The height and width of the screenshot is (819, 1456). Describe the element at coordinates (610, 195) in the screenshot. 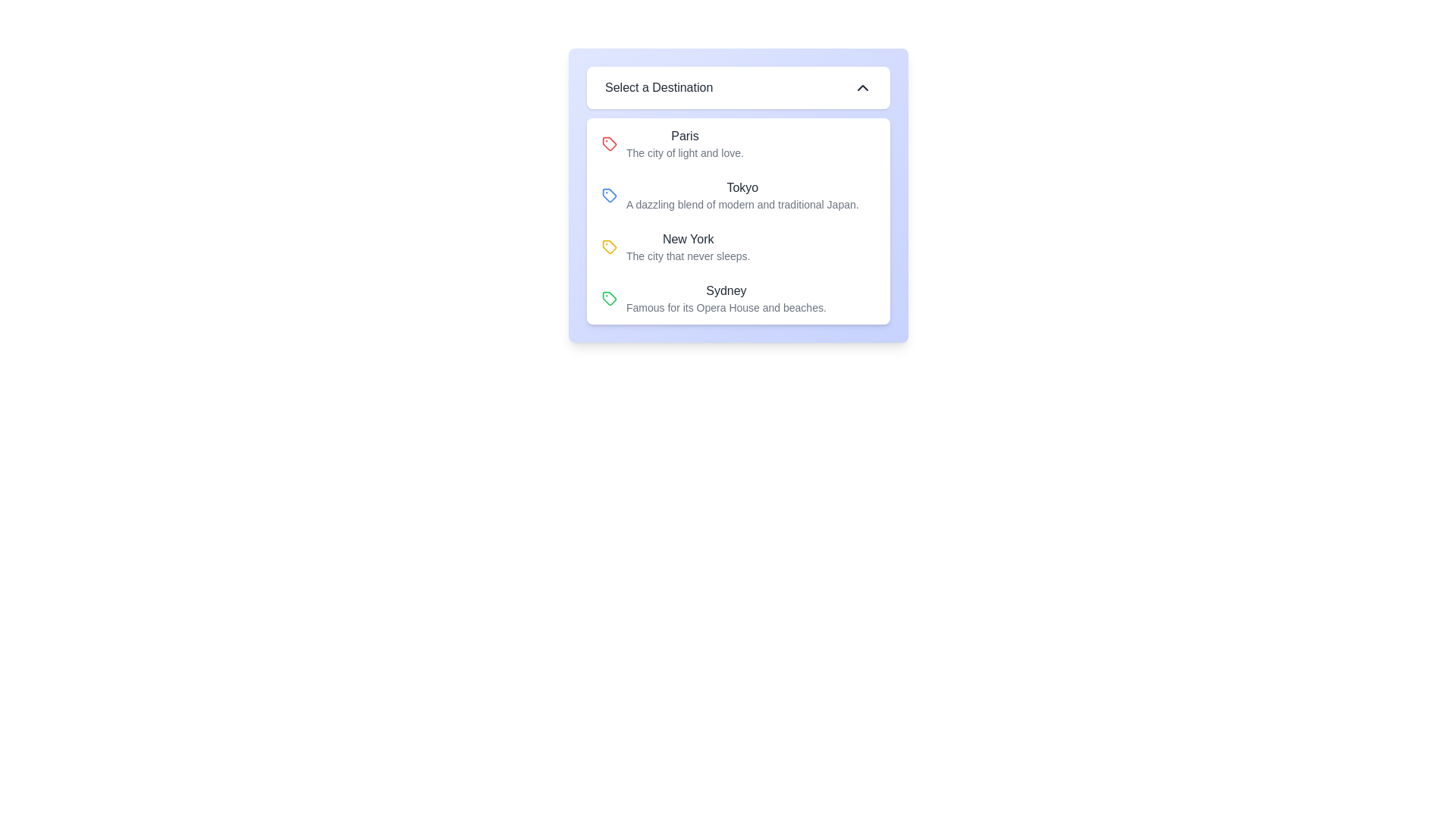

I see `the visual marker icon associated with the 'Tokyo' option in the segmented menu, which is centrally aligned with its text description` at that location.